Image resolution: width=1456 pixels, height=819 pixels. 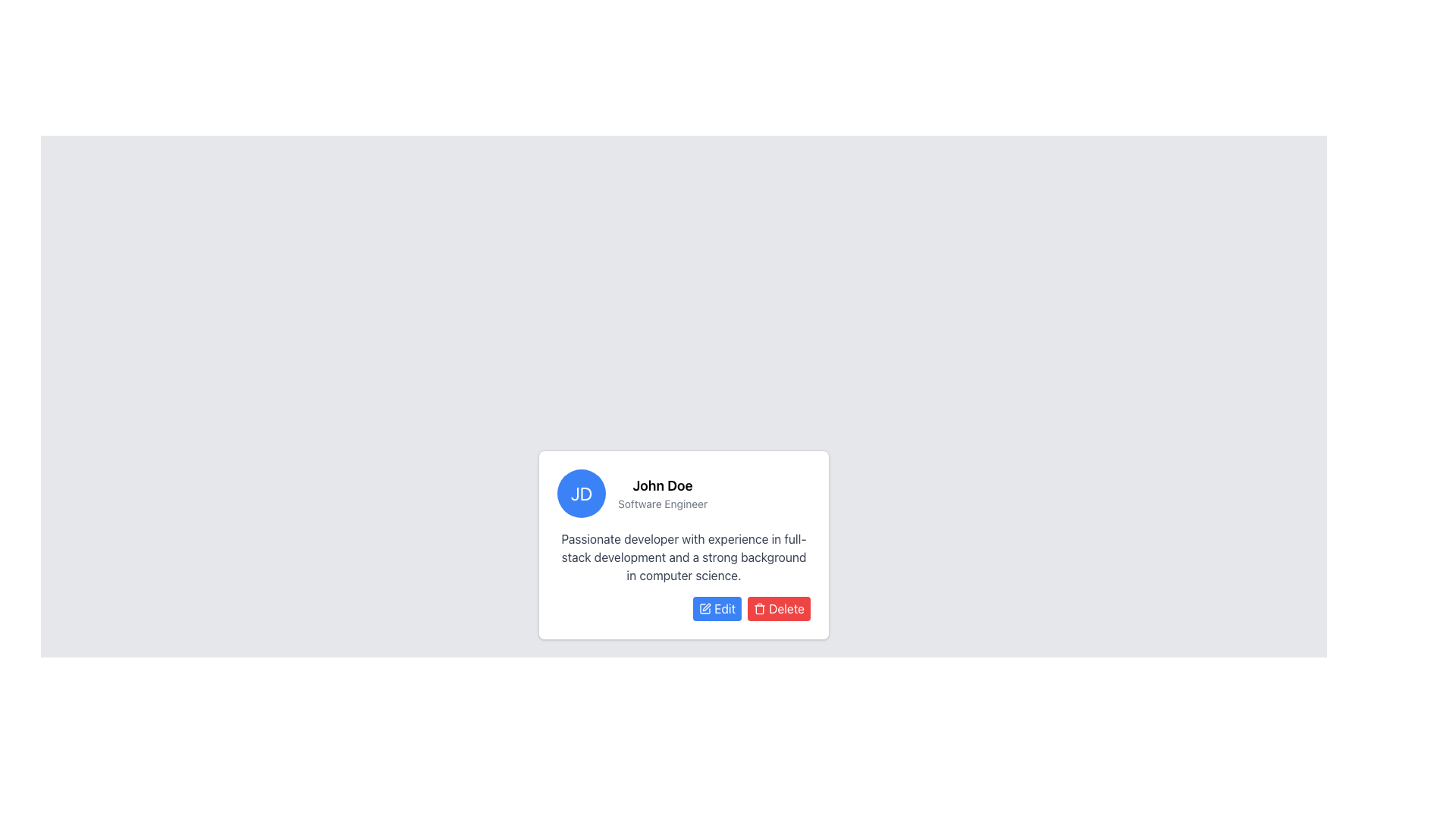 I want to click on the delete button located at the bottom-right of the card, to the right of the 'Edit' button, so click(x=779, y=607).